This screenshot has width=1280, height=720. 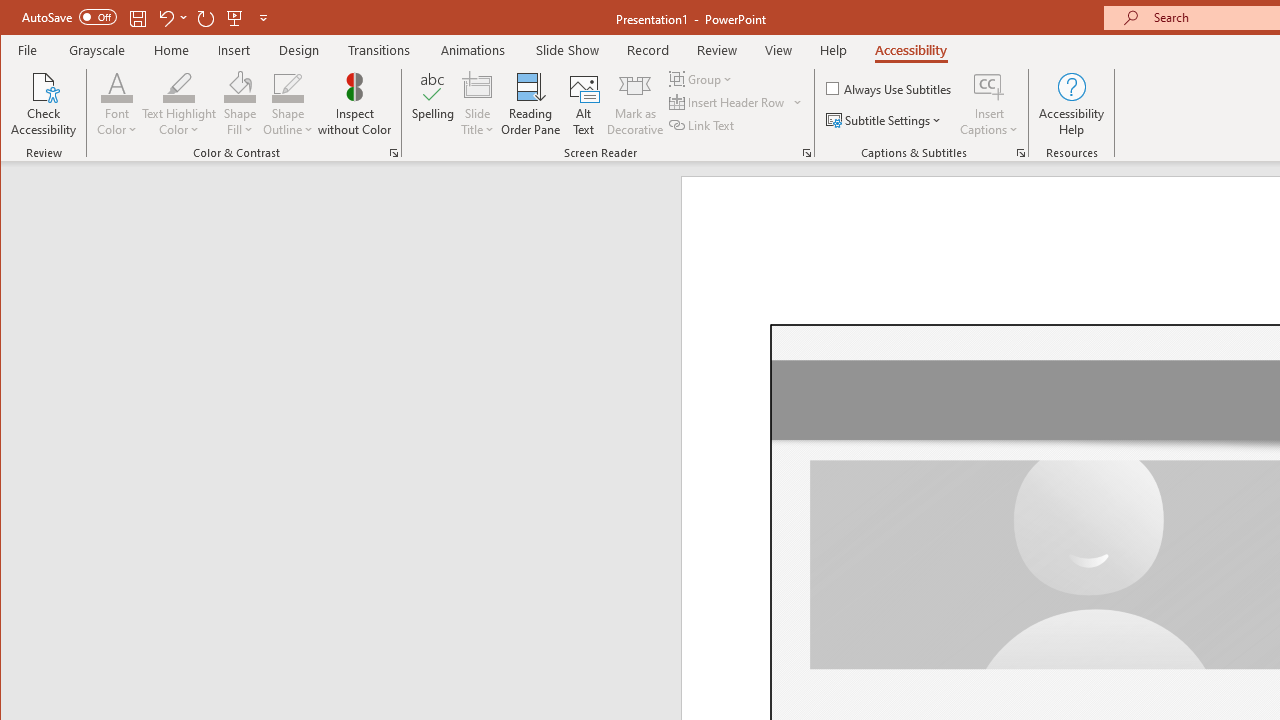 What do you see at coordinates (240, 104) in the screenshot?
I see `'Shape Fill'` at bounding box center [240, 104].